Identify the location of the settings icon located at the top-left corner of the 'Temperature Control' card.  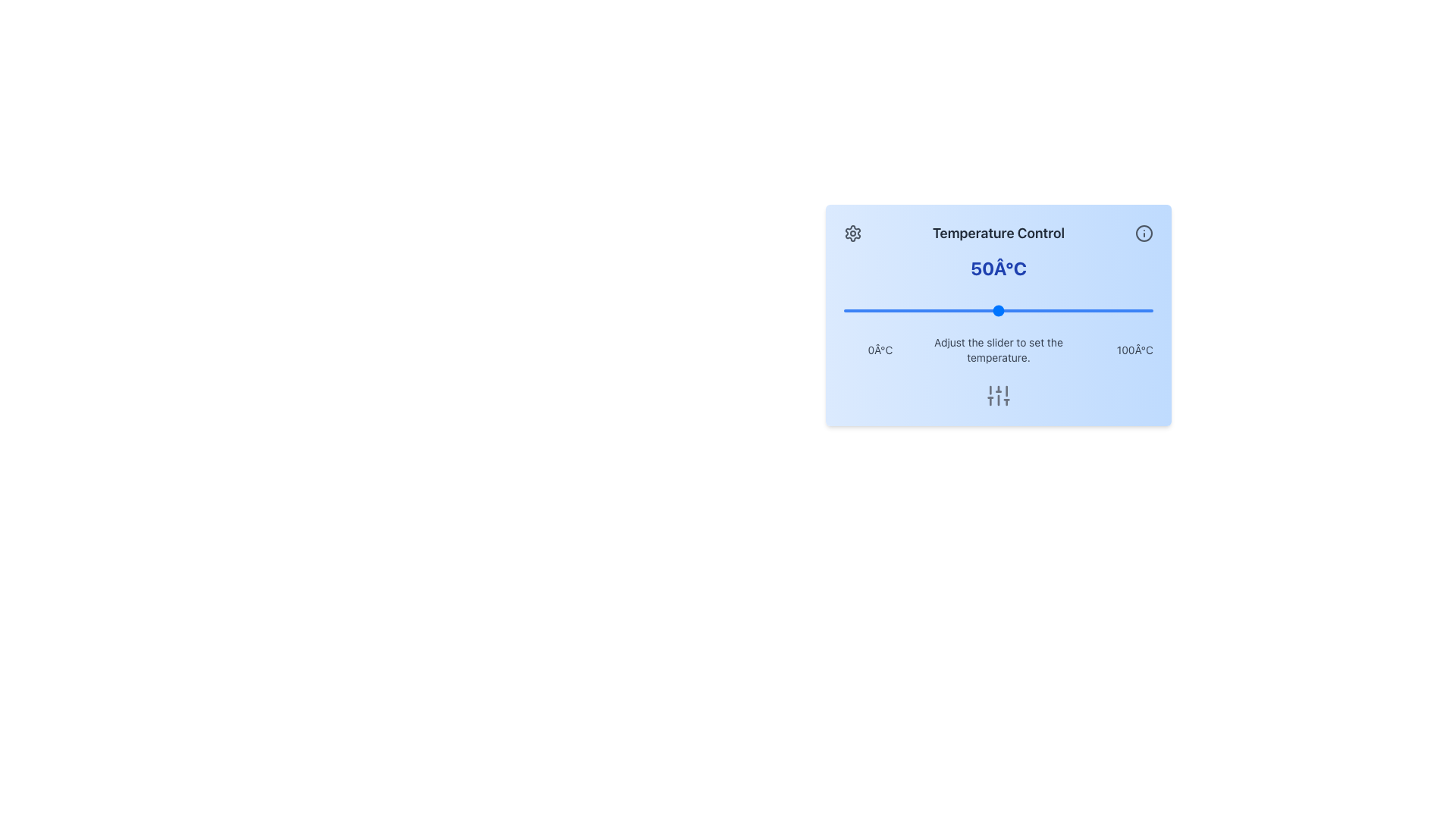
(852, 234).